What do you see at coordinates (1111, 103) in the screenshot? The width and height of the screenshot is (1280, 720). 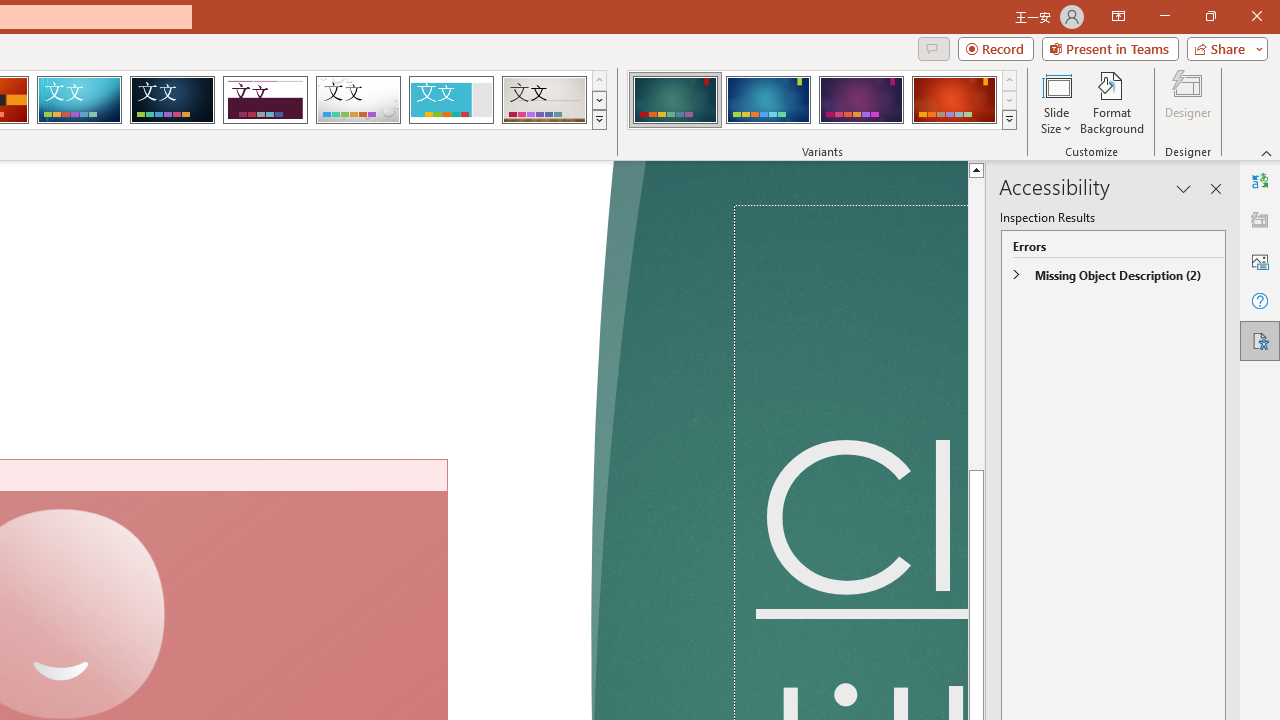 I see `'Format Background'` at bounding box center [1111, 103].